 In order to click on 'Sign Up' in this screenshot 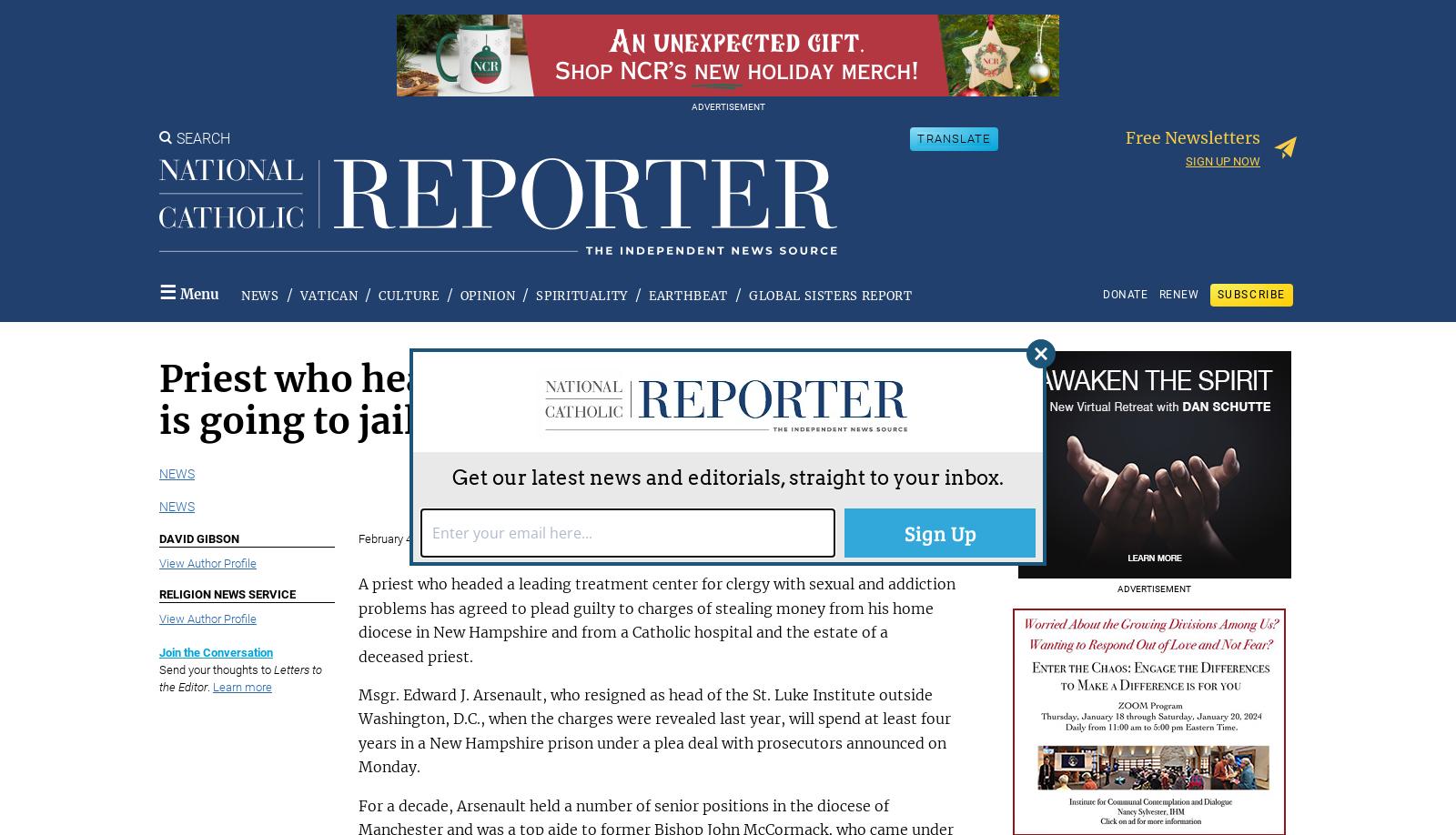, I will do `click(939, 529)`.